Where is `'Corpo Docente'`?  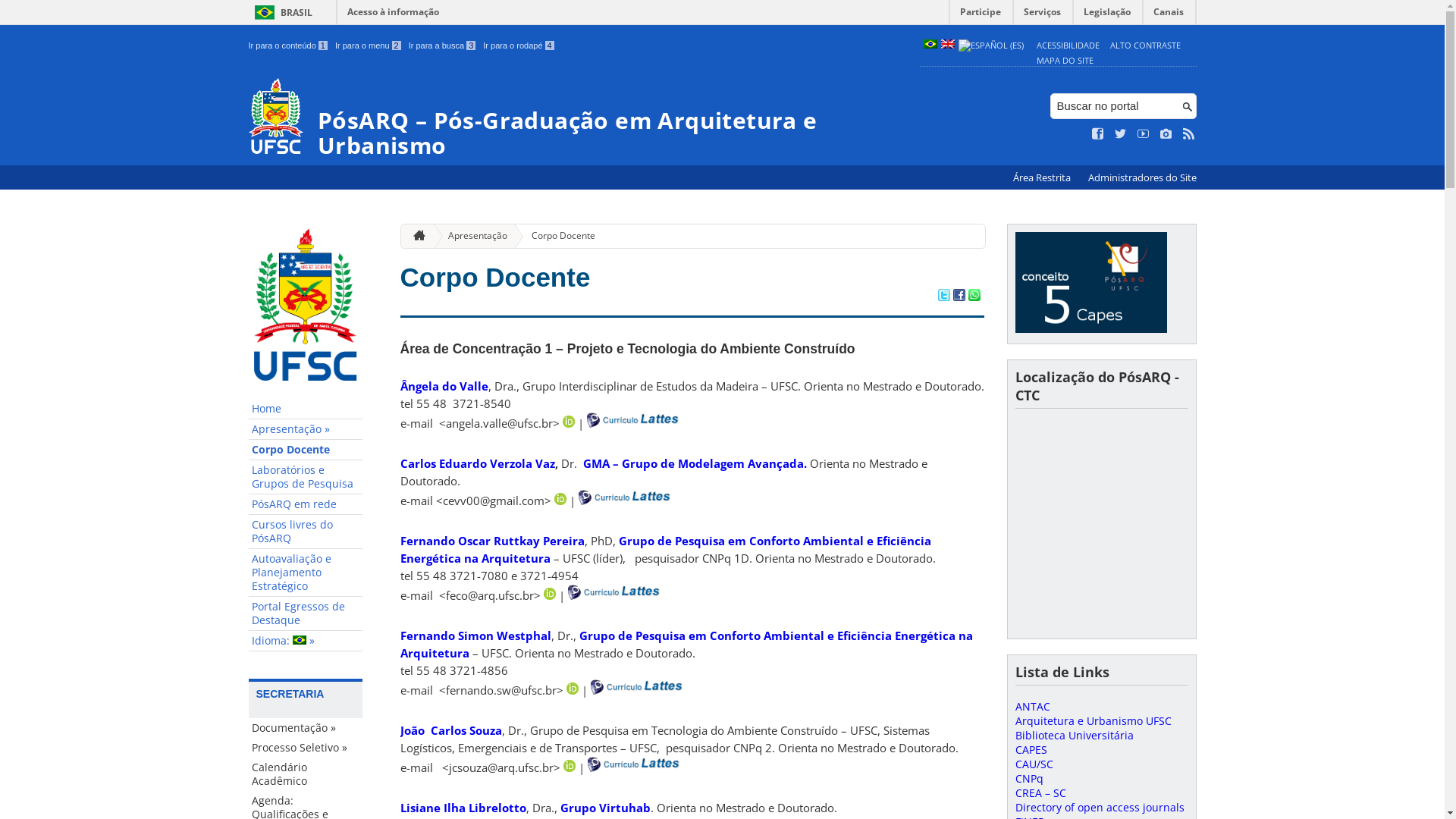
'Corpo Docente' is located at coordinates (248, 449).